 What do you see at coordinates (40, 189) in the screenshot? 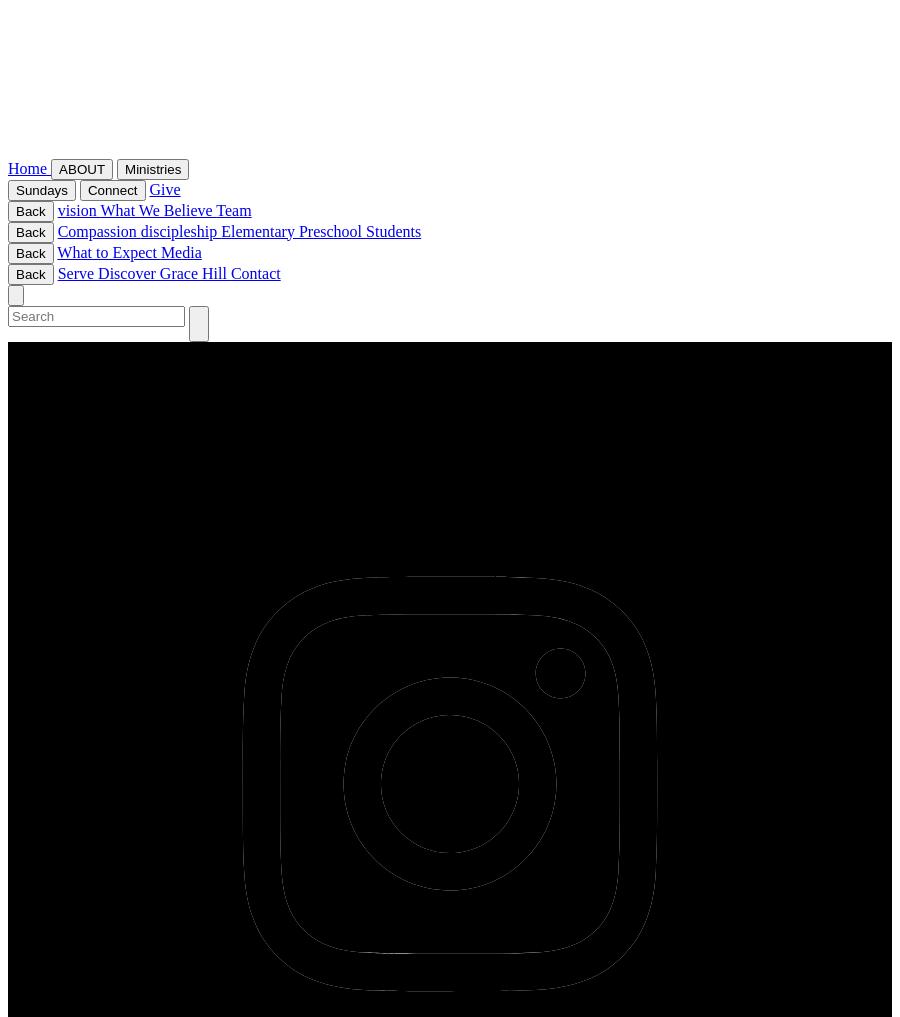
I see `'Sundays'` at bounding box center [40, 189].